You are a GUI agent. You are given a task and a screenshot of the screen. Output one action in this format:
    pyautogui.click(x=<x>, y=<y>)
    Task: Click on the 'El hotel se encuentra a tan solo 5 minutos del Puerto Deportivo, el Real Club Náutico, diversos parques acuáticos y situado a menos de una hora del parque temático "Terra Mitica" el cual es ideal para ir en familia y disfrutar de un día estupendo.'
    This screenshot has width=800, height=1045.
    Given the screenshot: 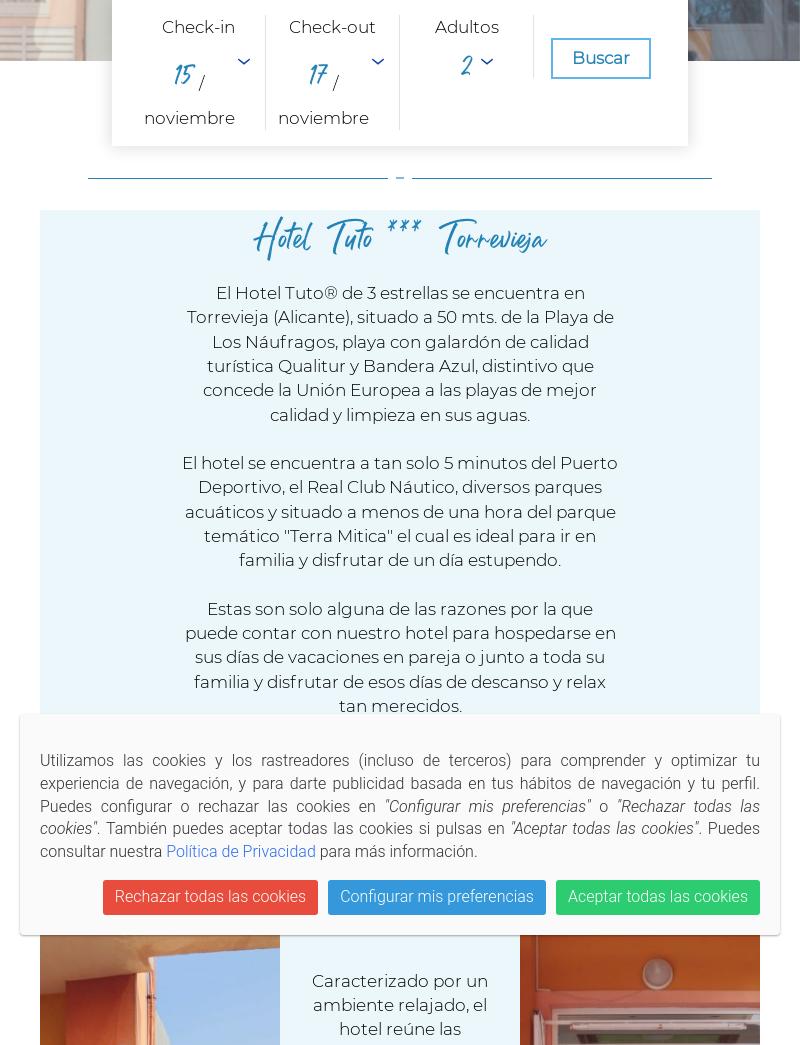 What is the action you would take?
    pyautogui.click(x=400, y=510)
    